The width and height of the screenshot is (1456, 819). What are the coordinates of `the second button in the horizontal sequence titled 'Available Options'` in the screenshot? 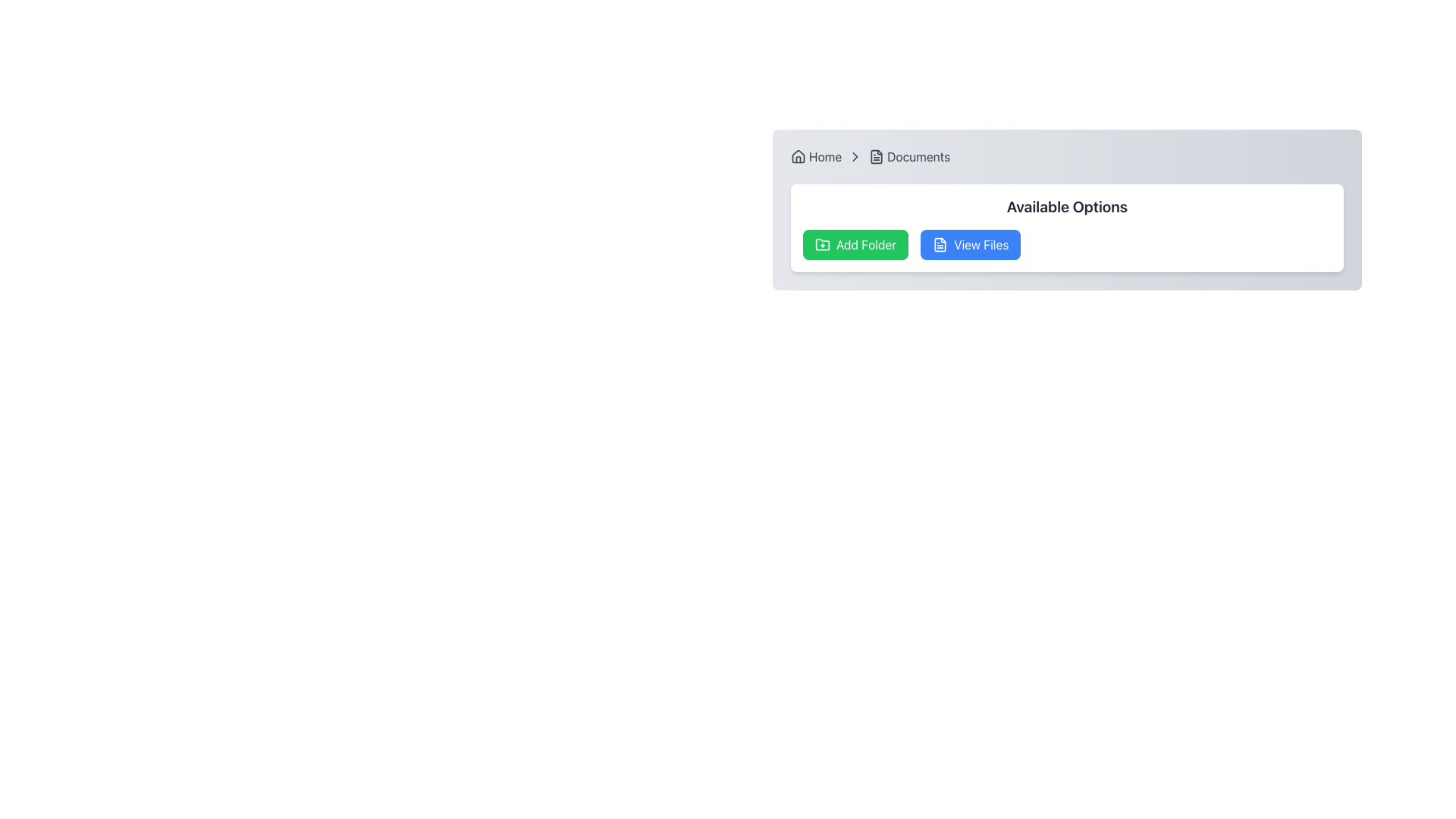 It's located at (971, 244).